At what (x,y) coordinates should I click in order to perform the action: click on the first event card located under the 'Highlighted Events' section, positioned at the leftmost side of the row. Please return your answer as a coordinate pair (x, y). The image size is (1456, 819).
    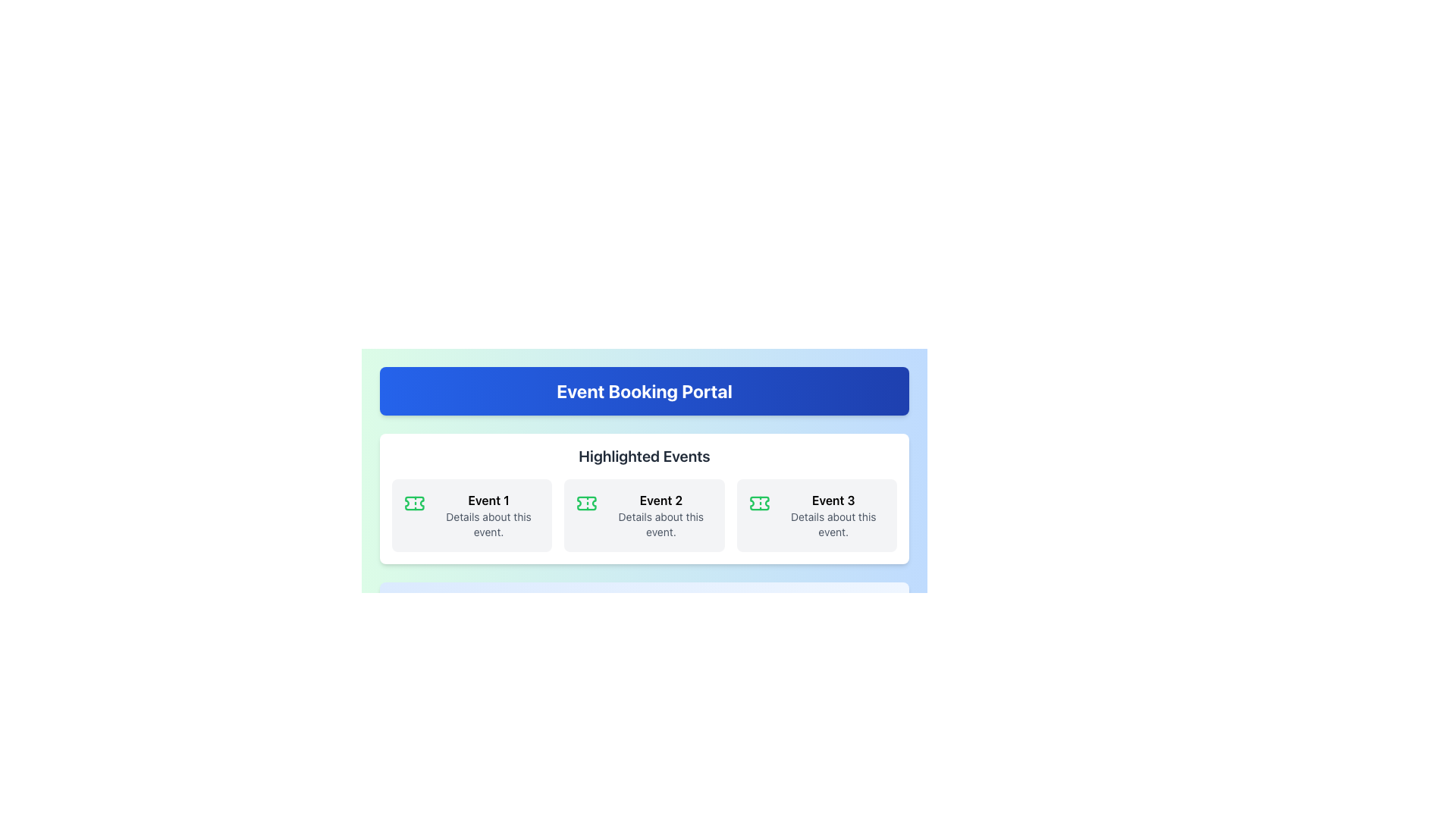
    Looking at the image, I should click on (471, 514).